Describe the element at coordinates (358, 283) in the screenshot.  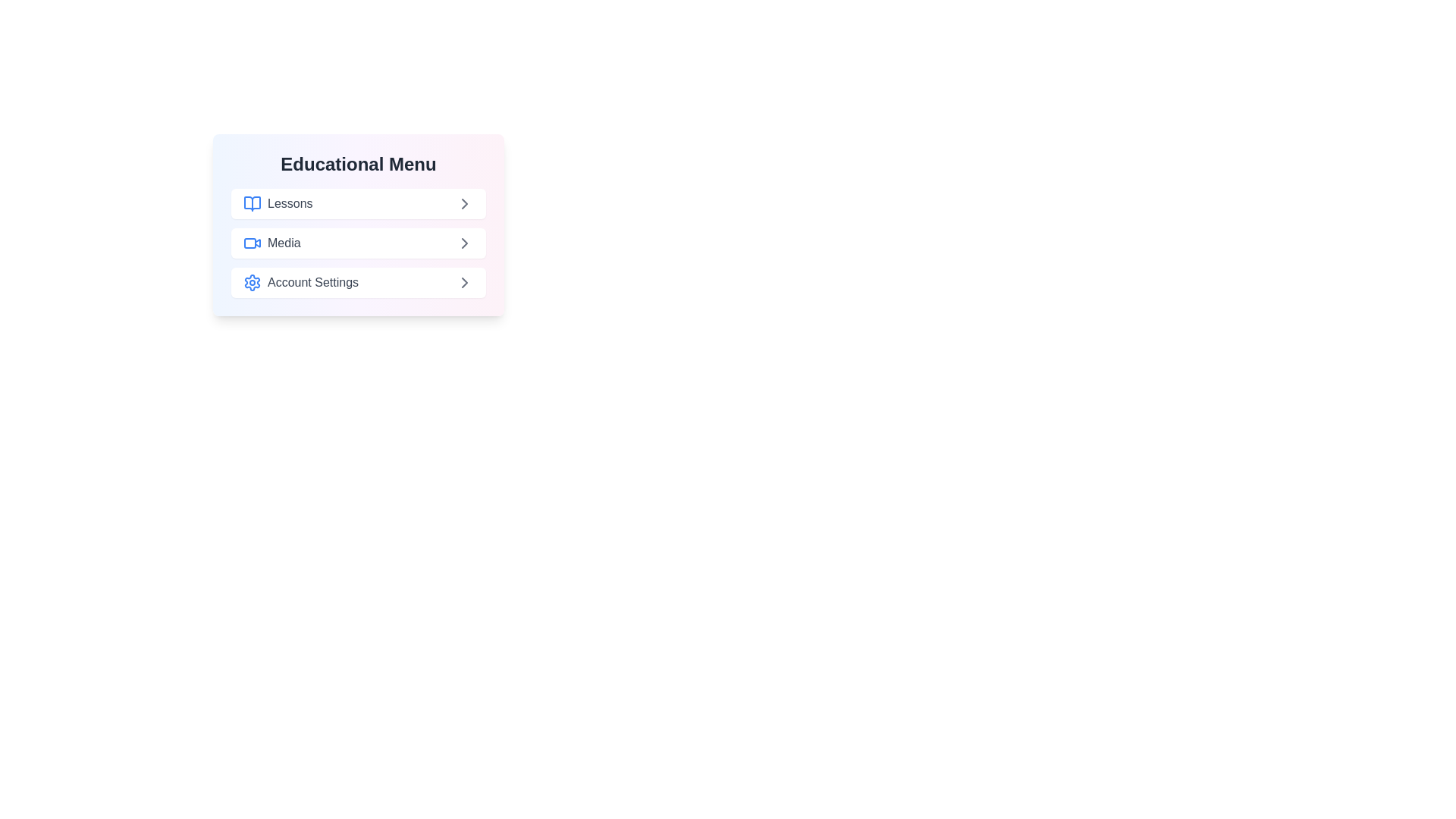
I see `the third menu item in the 'Educational Menu' that accesses account settings, located below 'Lessons' and 'Media'` at that location.